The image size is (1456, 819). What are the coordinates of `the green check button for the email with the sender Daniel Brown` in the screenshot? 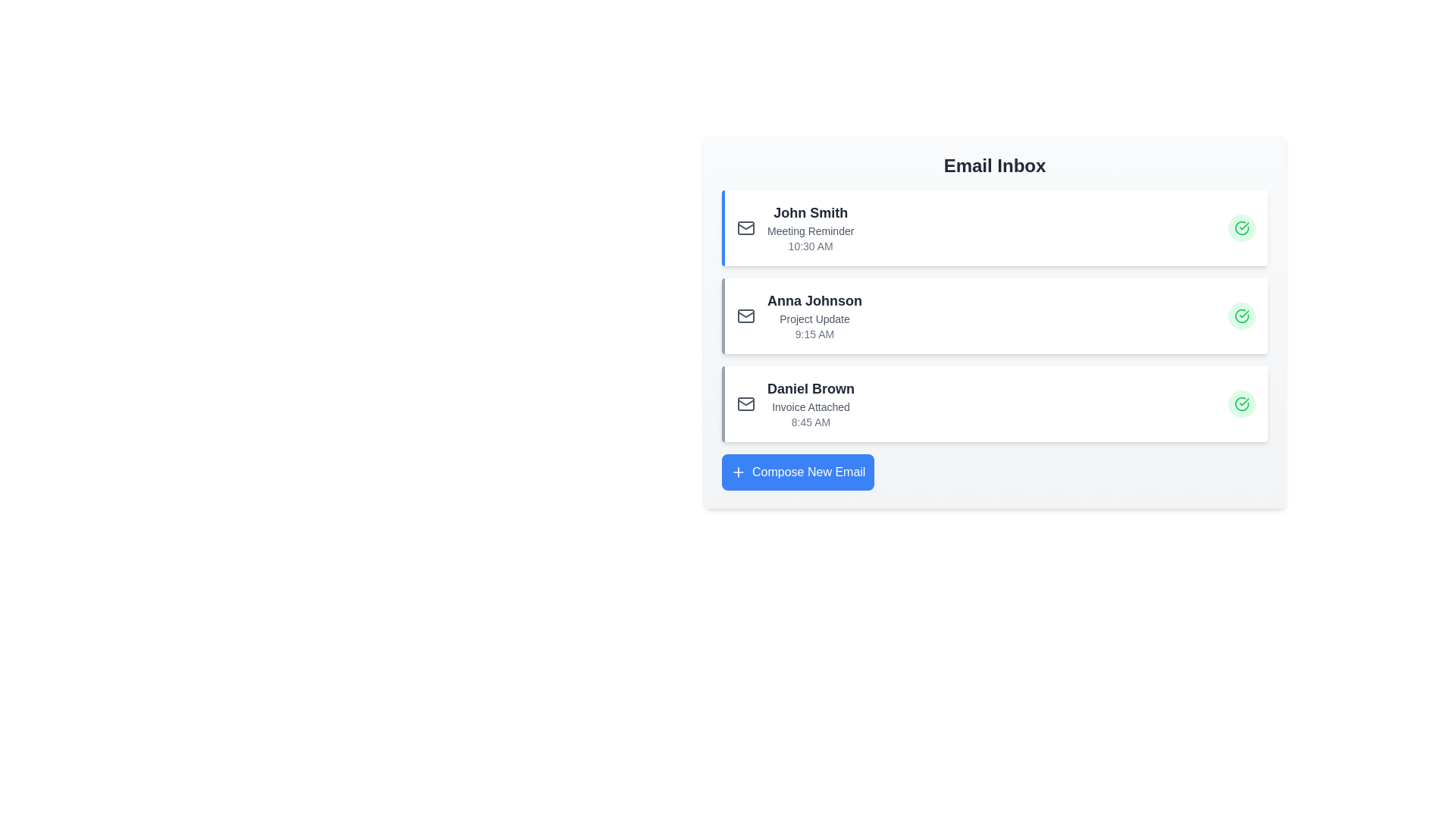 It's located at (1241, 403).